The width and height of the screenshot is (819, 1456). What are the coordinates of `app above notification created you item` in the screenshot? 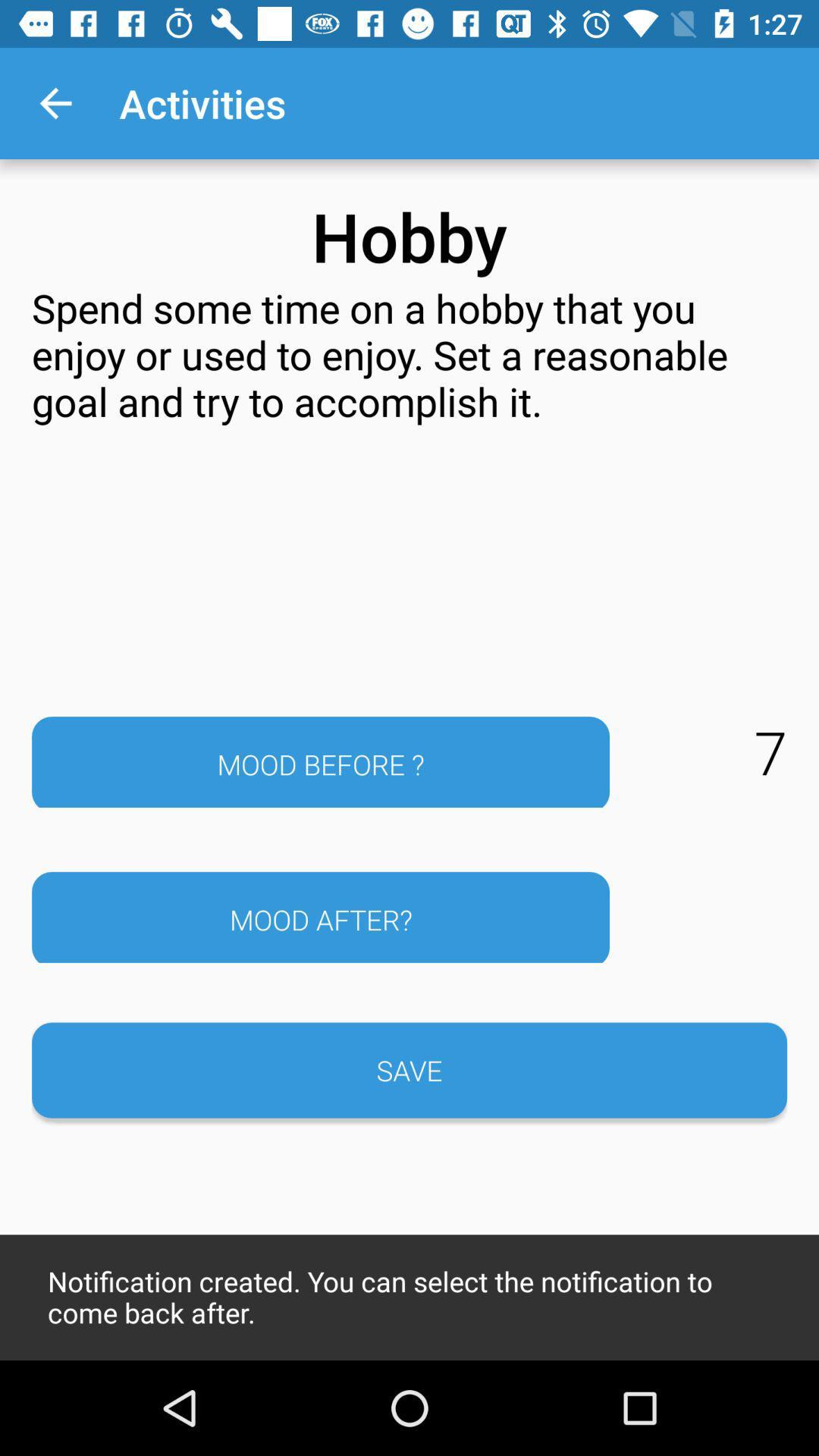 It's located at (409, 1069).